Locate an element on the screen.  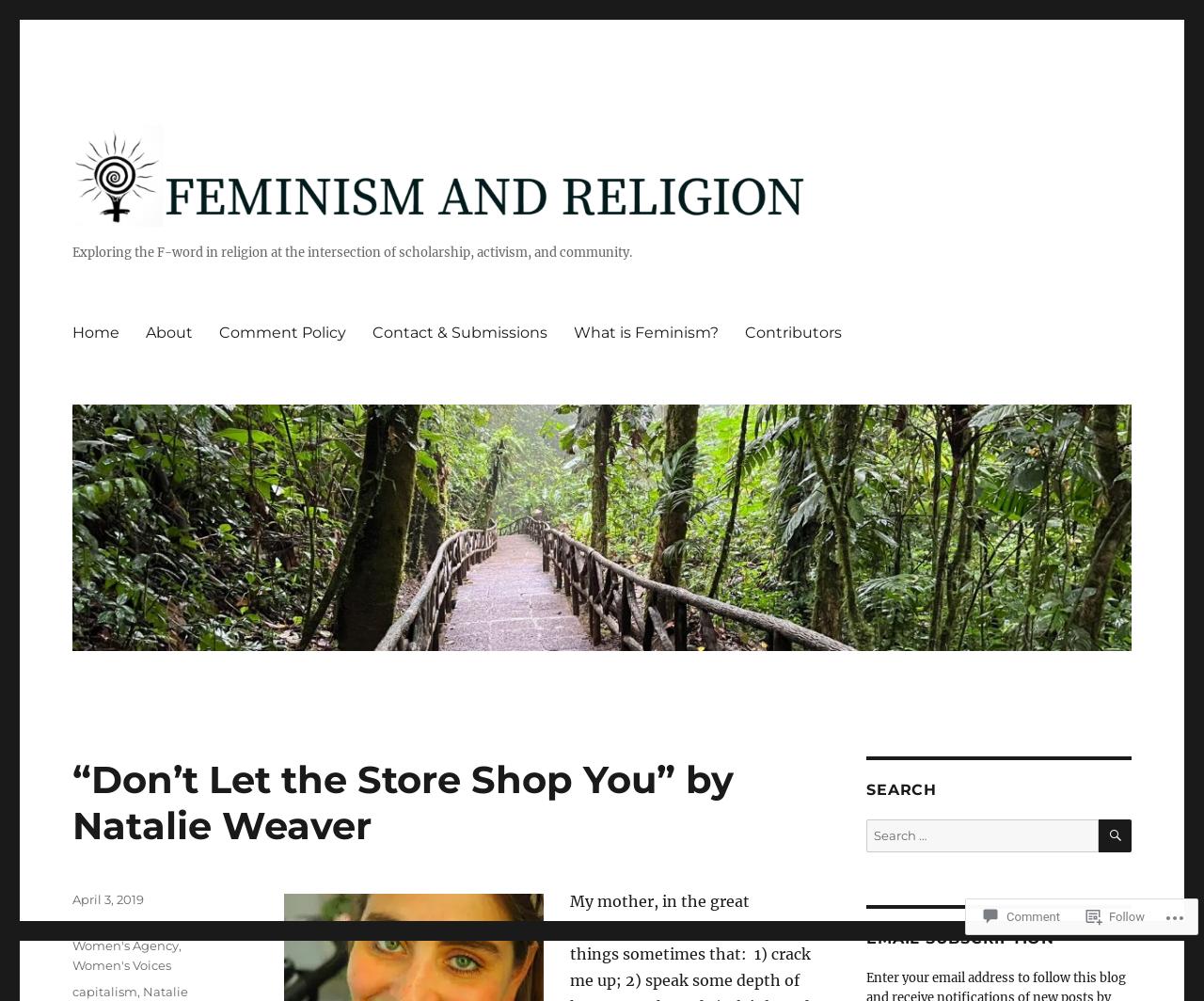
'Home' is located at coordinates (95, 331).